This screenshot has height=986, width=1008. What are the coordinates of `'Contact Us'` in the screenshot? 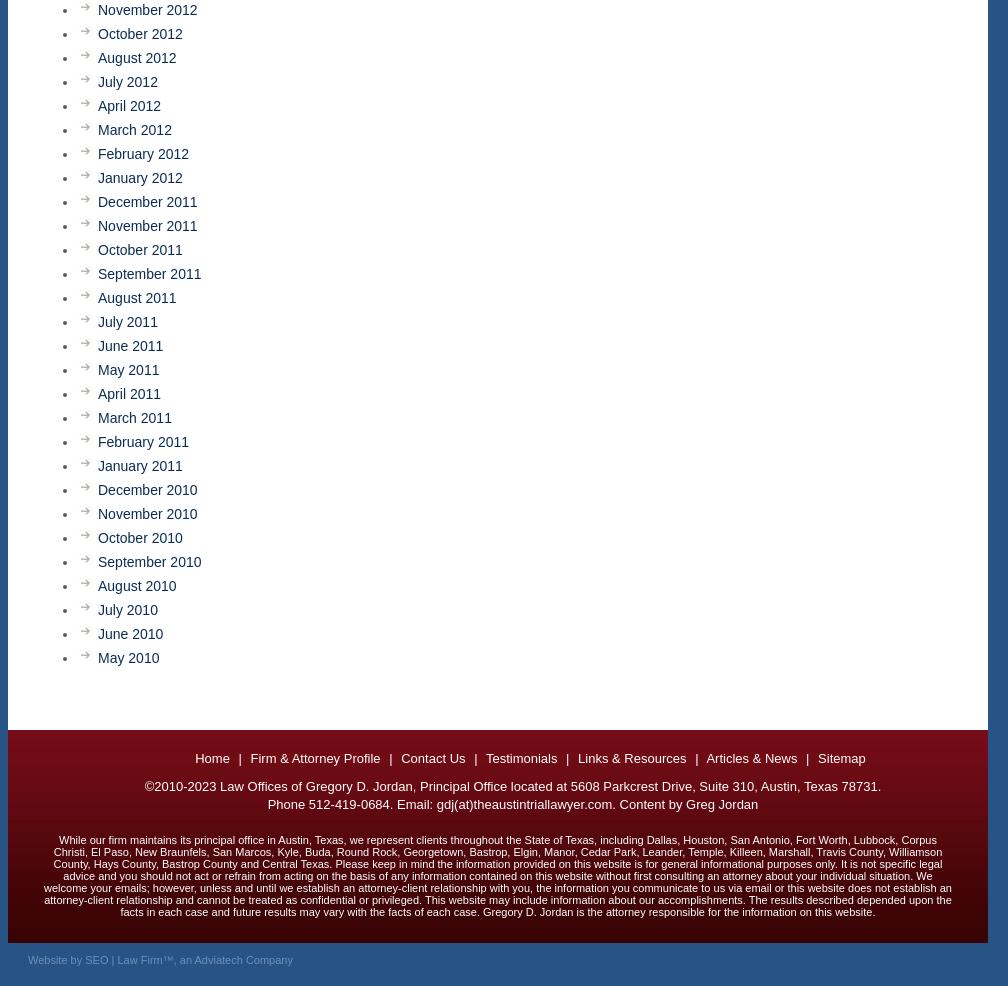 It's located at (433, 758).